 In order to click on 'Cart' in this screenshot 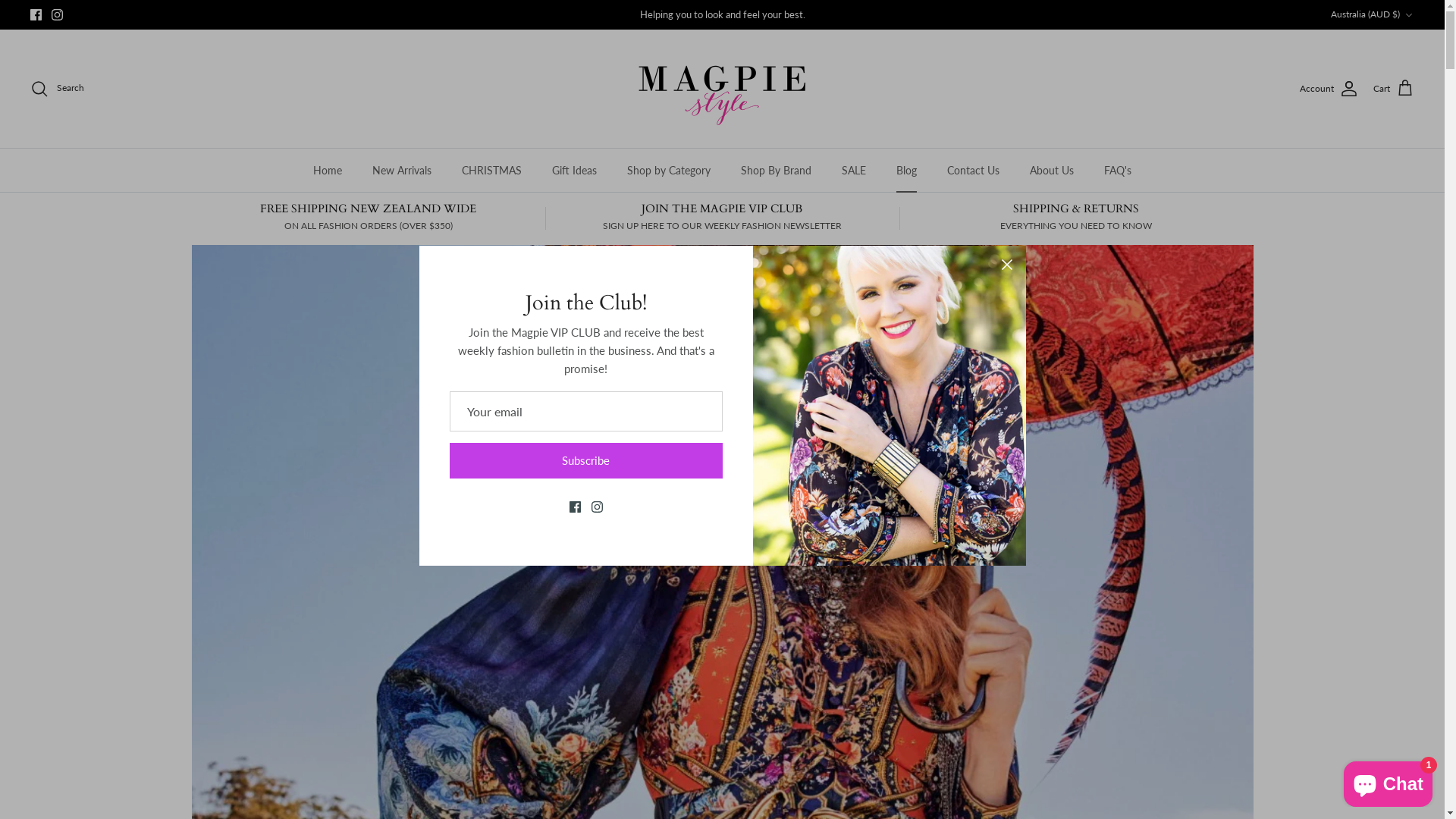, I will do `click(1373, 88)`.